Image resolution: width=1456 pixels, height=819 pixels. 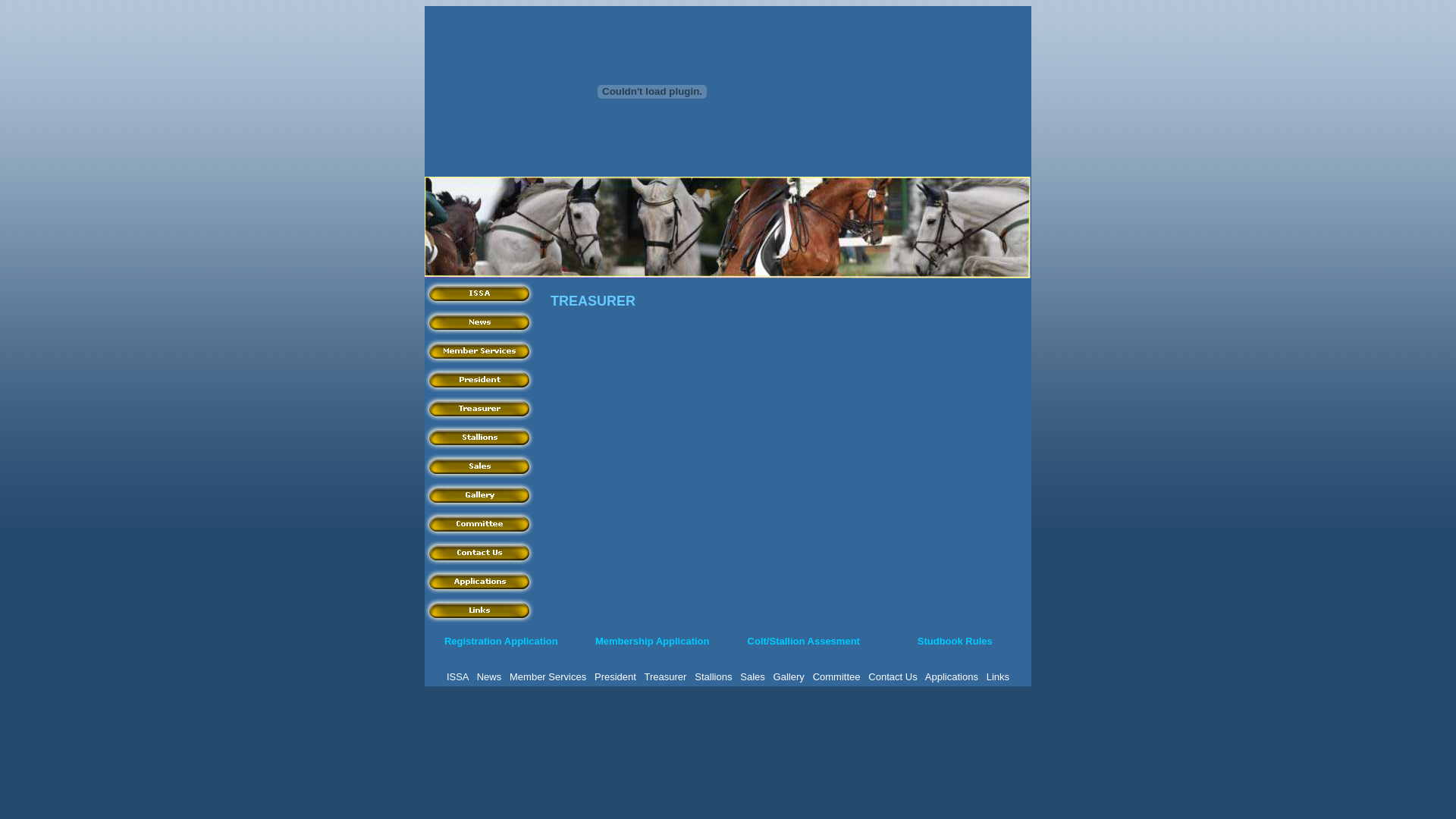 What do you see at coordinates (954, 641) in the screenshot?
I see `'Studbook Rules'` at bounding box center [954, 641].